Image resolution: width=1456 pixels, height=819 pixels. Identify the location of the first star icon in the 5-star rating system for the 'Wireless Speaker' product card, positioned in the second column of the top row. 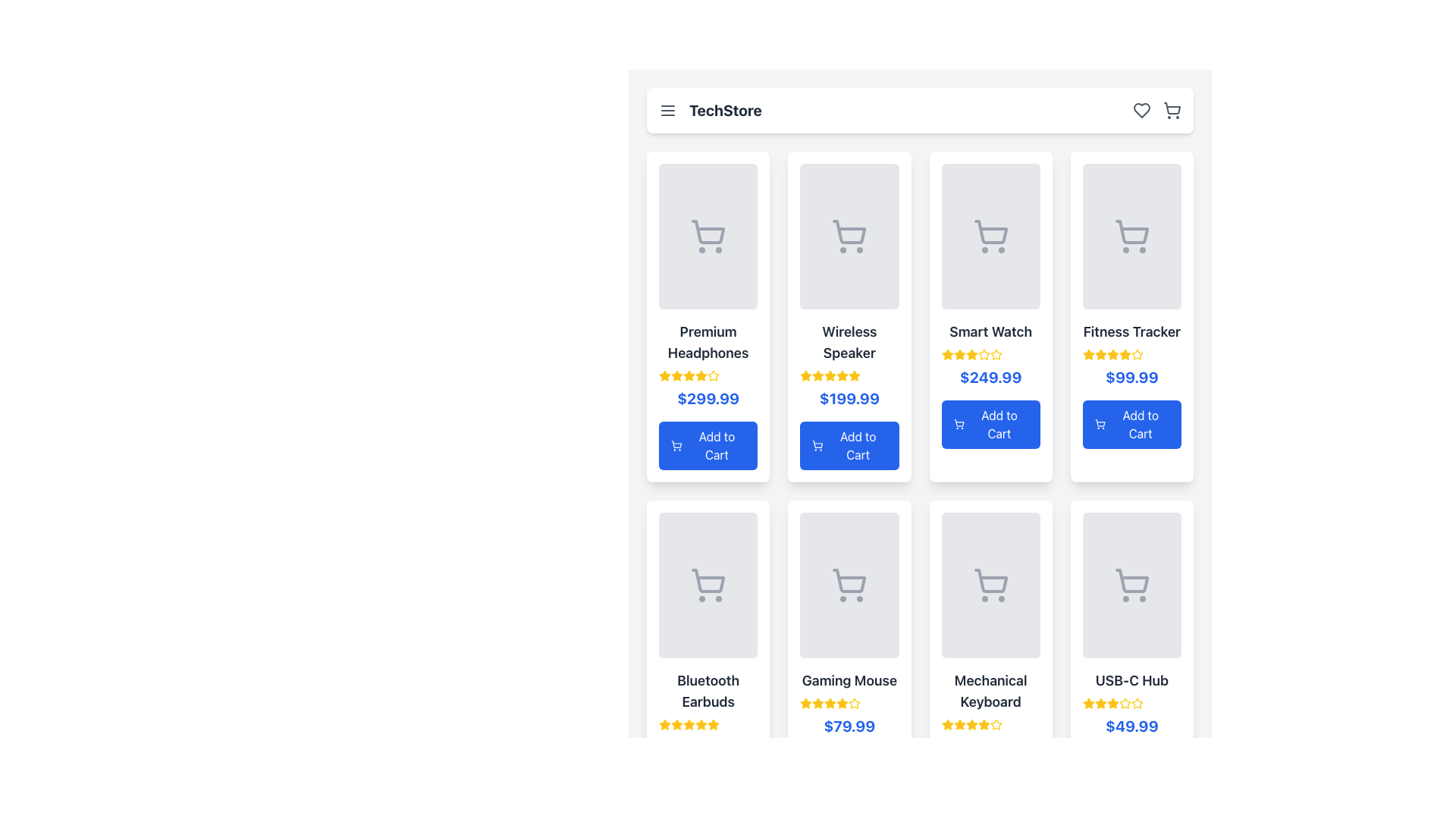
(842, 375).